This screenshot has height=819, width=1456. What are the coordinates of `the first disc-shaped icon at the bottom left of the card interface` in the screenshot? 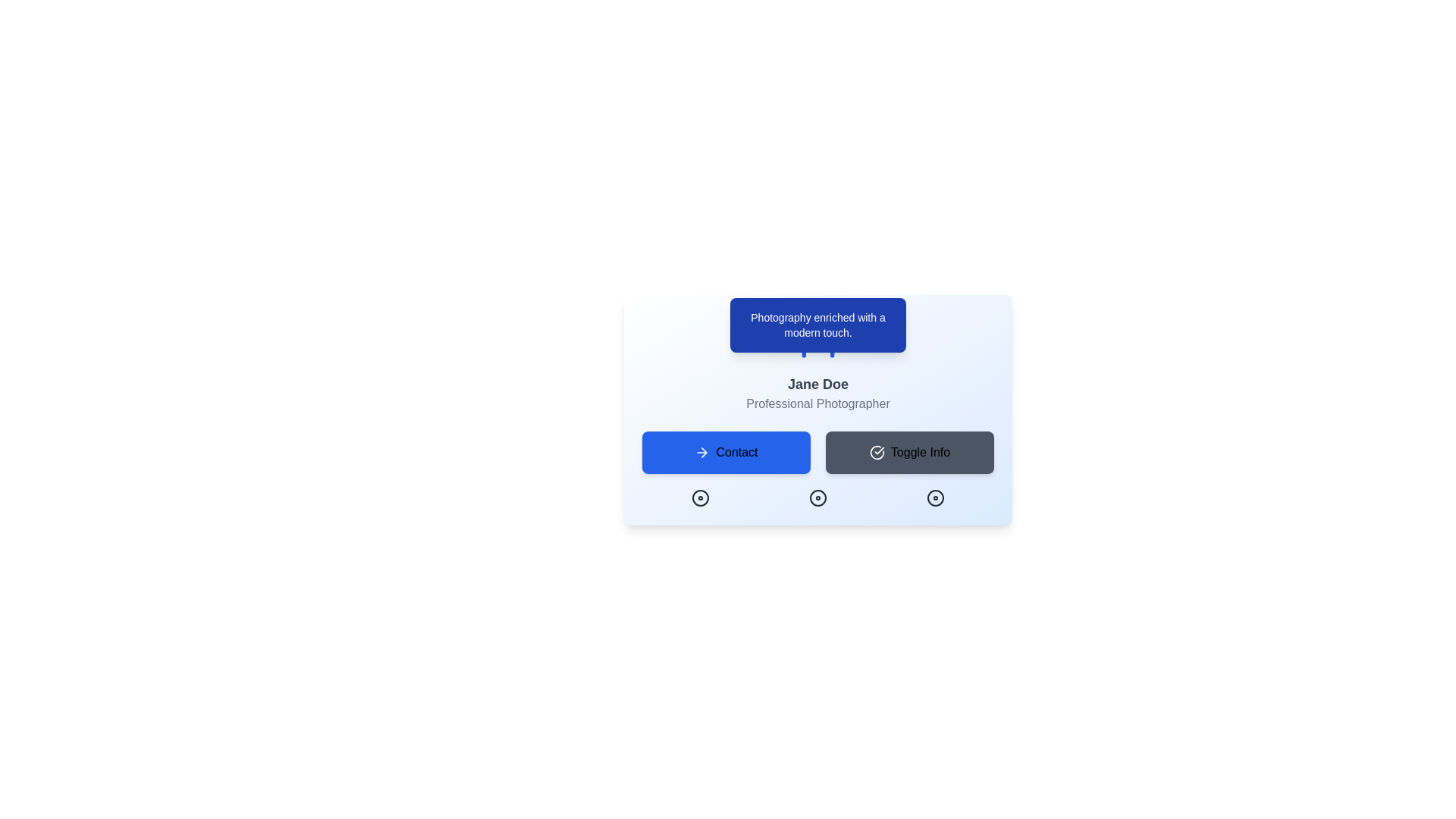 It's located at (700, 497).